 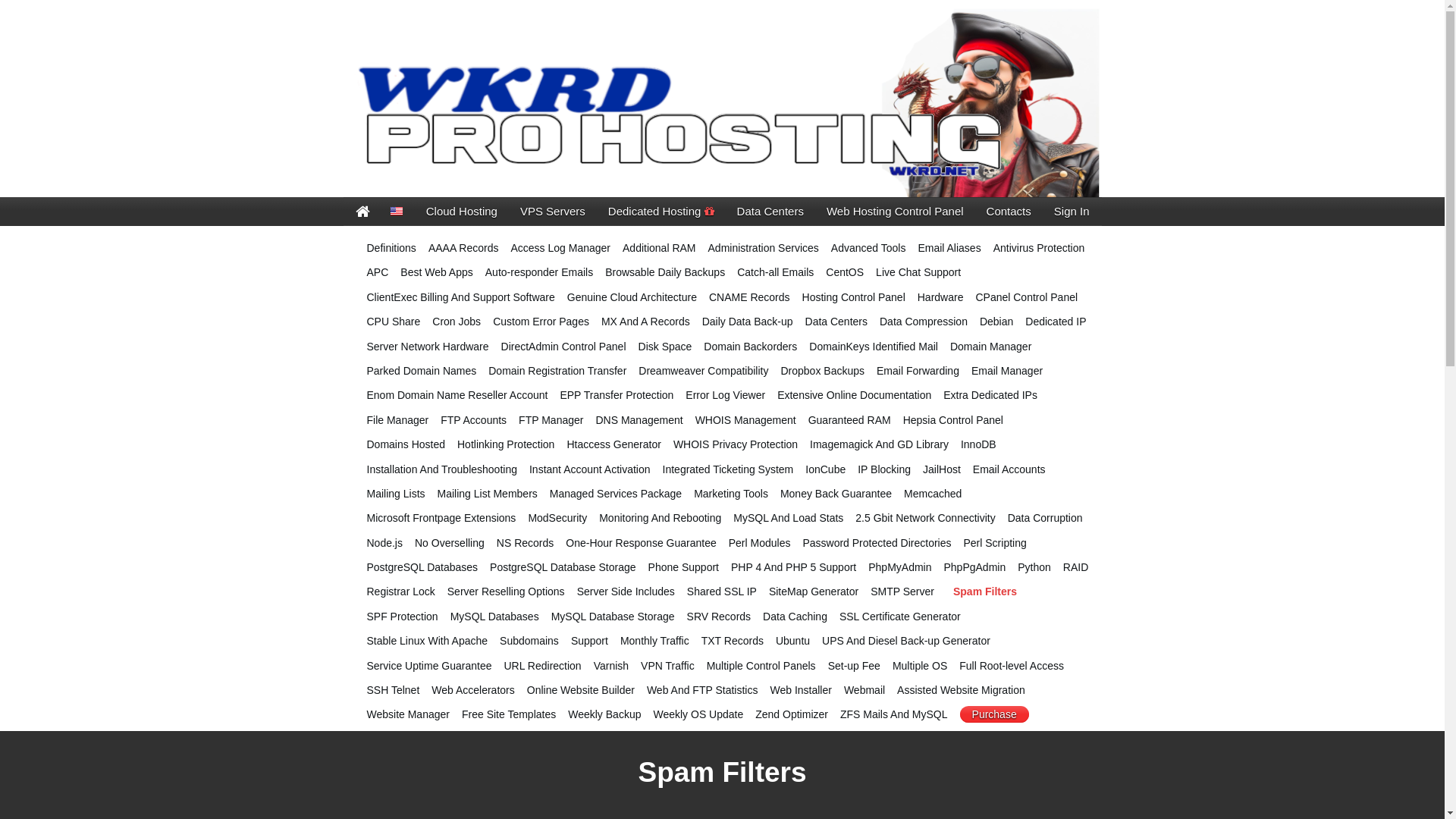 I want to click on 'Microsoft Frontpage Extensions', so click(x=441, y=516).